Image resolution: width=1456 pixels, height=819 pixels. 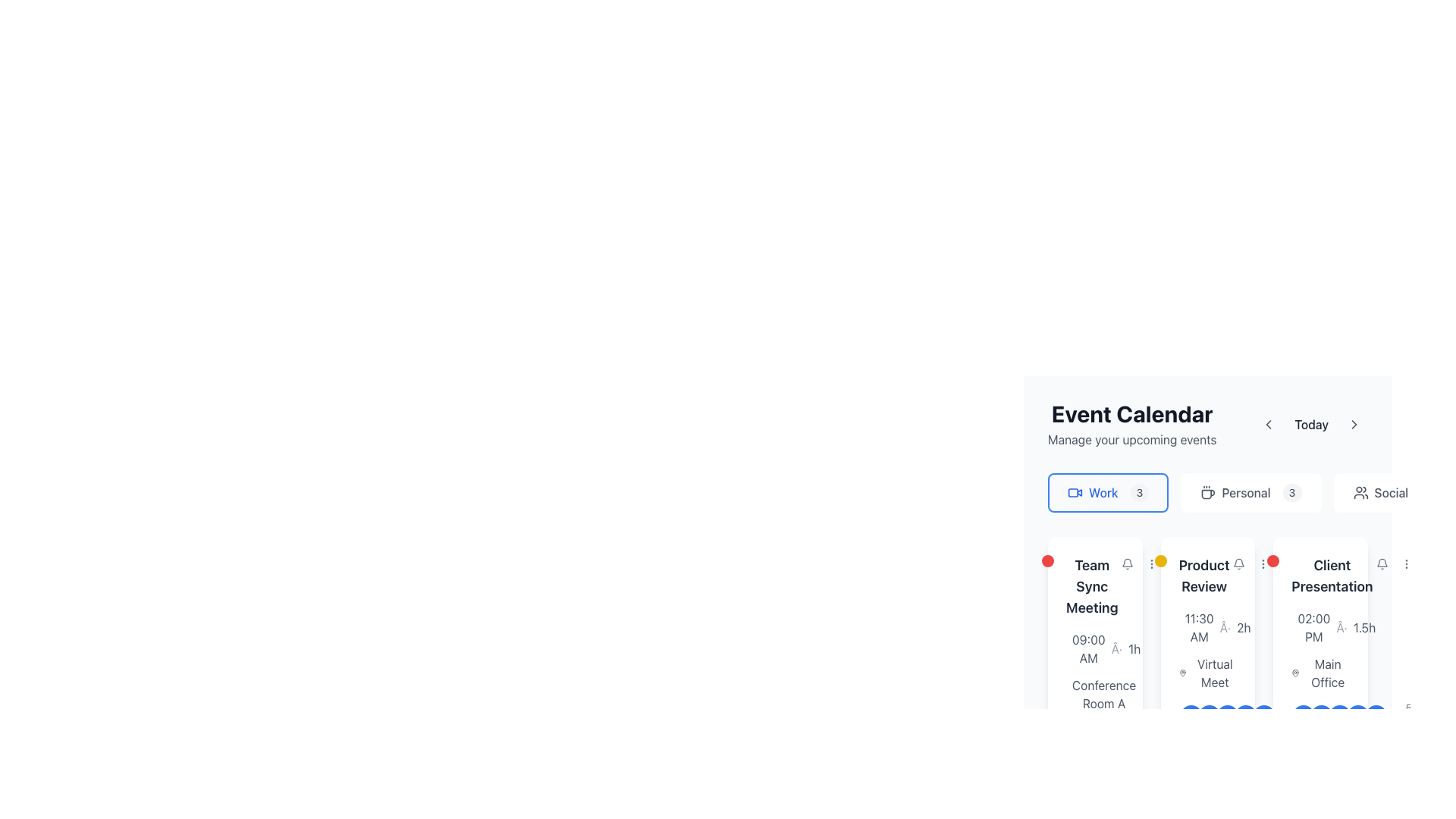 What do you see at coordinates (1360, 493) in the screenshot?
I see `the icon of two user silhouettes located to the right of the 'Social 3' button, adjacent to the 'Social' text and a badge displaying the number '3'` at bounding box center [1360, 493].